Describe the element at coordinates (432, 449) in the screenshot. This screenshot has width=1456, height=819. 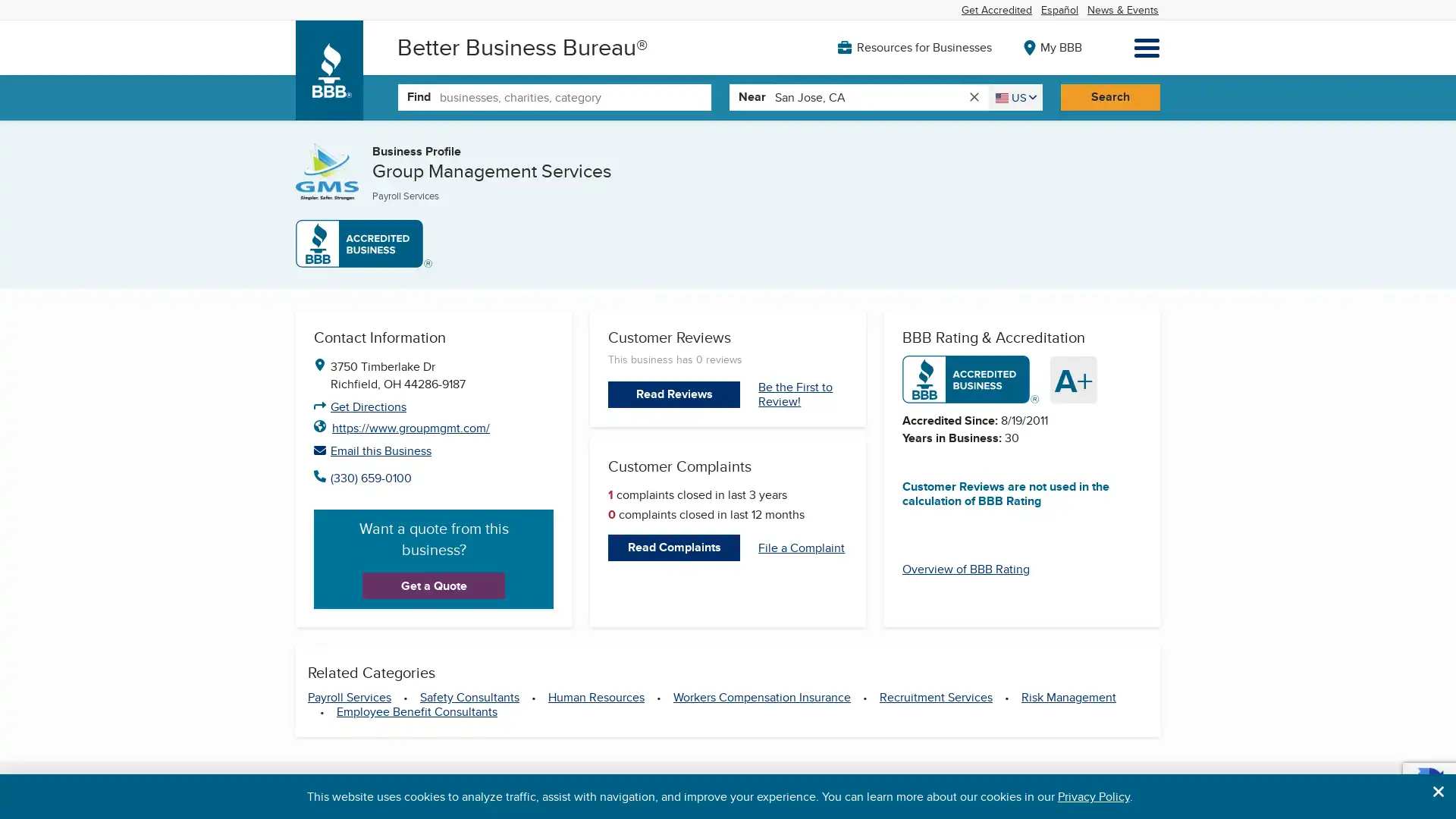
I see `Email this Business` at that location.